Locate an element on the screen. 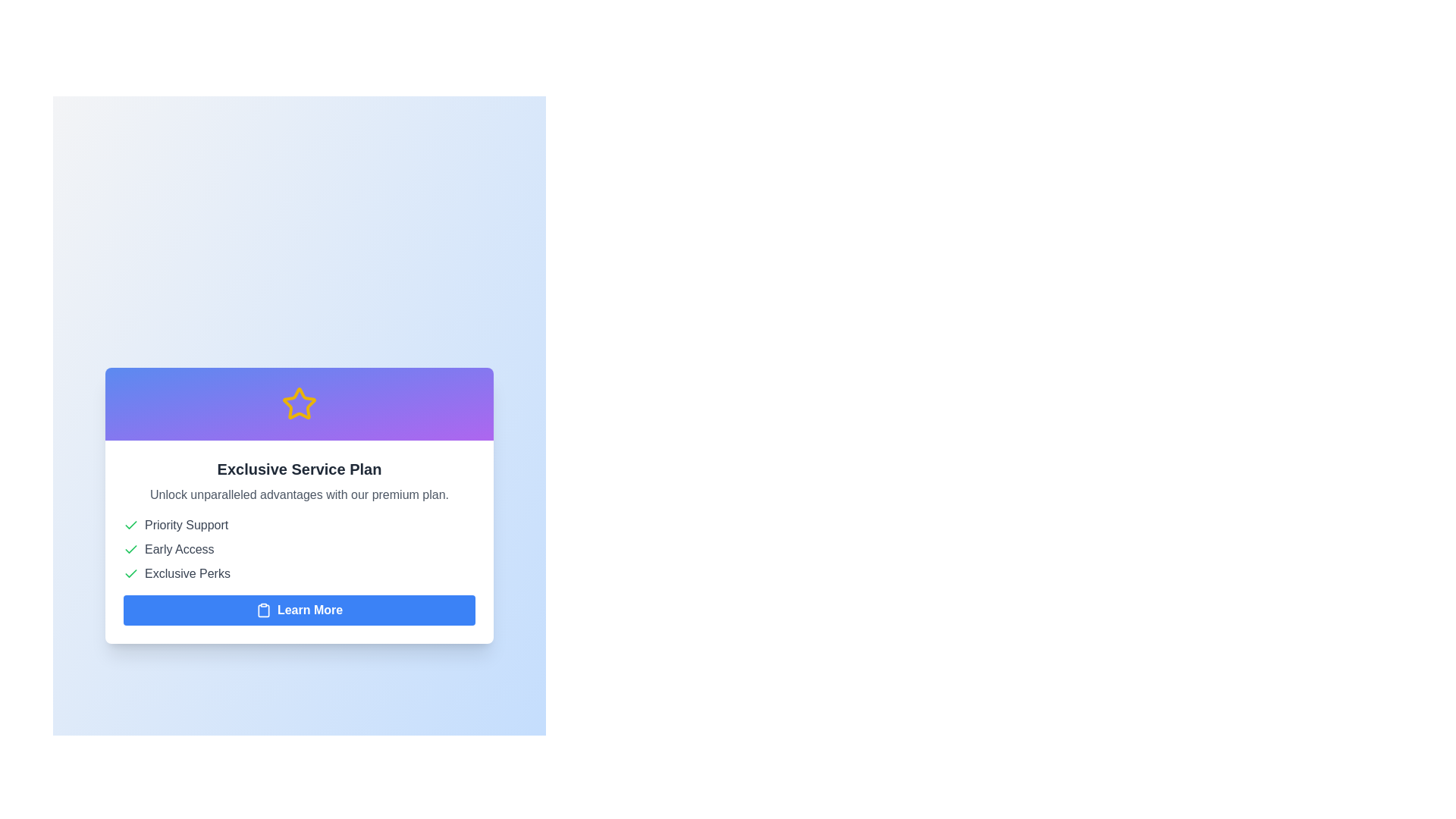 The width and height of the screenshot is (1456, 819). the checkmark icon that signifies a selected or confirmed state, located adjacent to the text 'Early Access' is located at coordinates (130, 550).